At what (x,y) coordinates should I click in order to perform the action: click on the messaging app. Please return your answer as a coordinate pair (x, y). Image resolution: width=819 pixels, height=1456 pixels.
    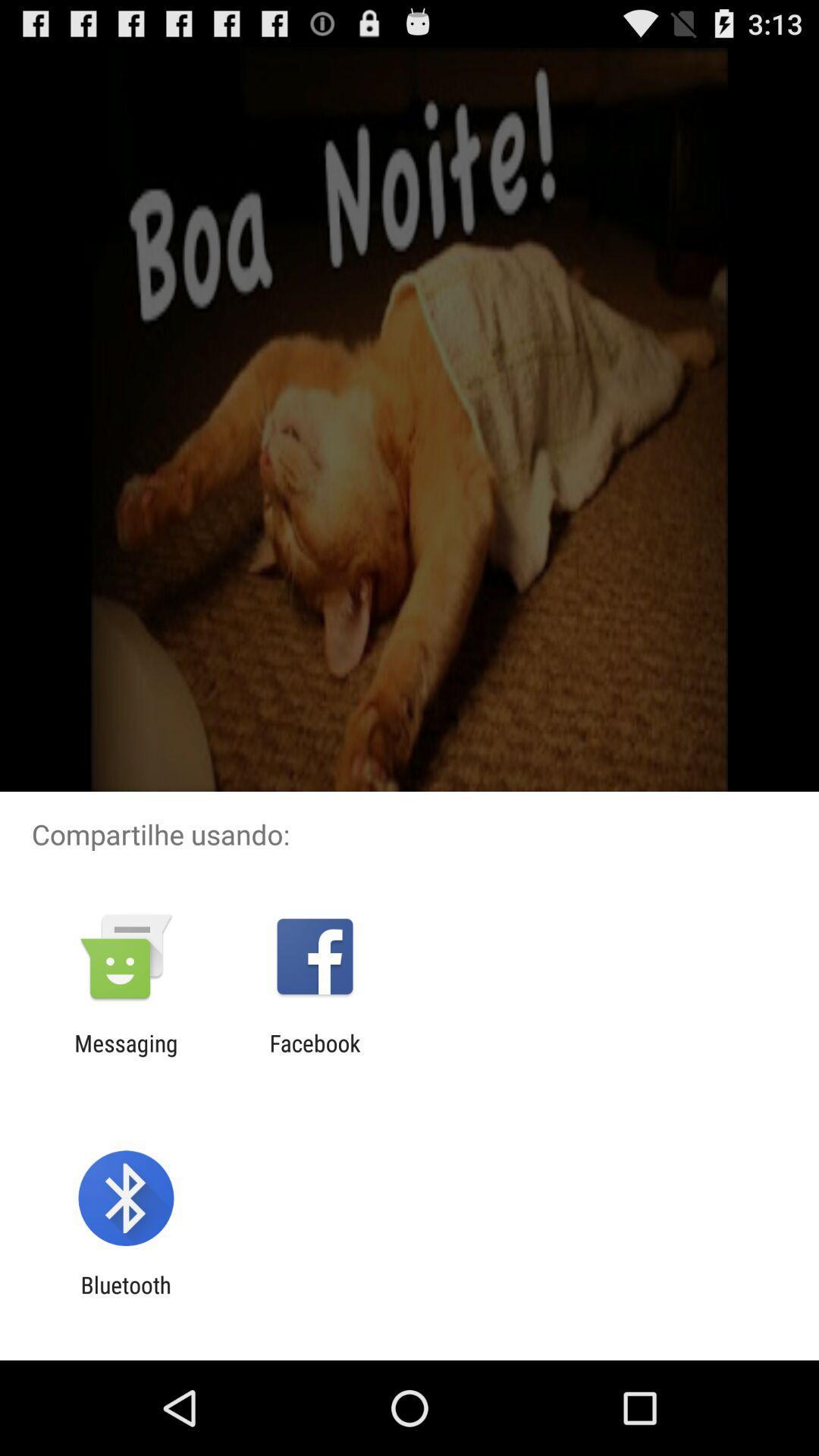
    Looking at the image, I should click on (125, 1056).